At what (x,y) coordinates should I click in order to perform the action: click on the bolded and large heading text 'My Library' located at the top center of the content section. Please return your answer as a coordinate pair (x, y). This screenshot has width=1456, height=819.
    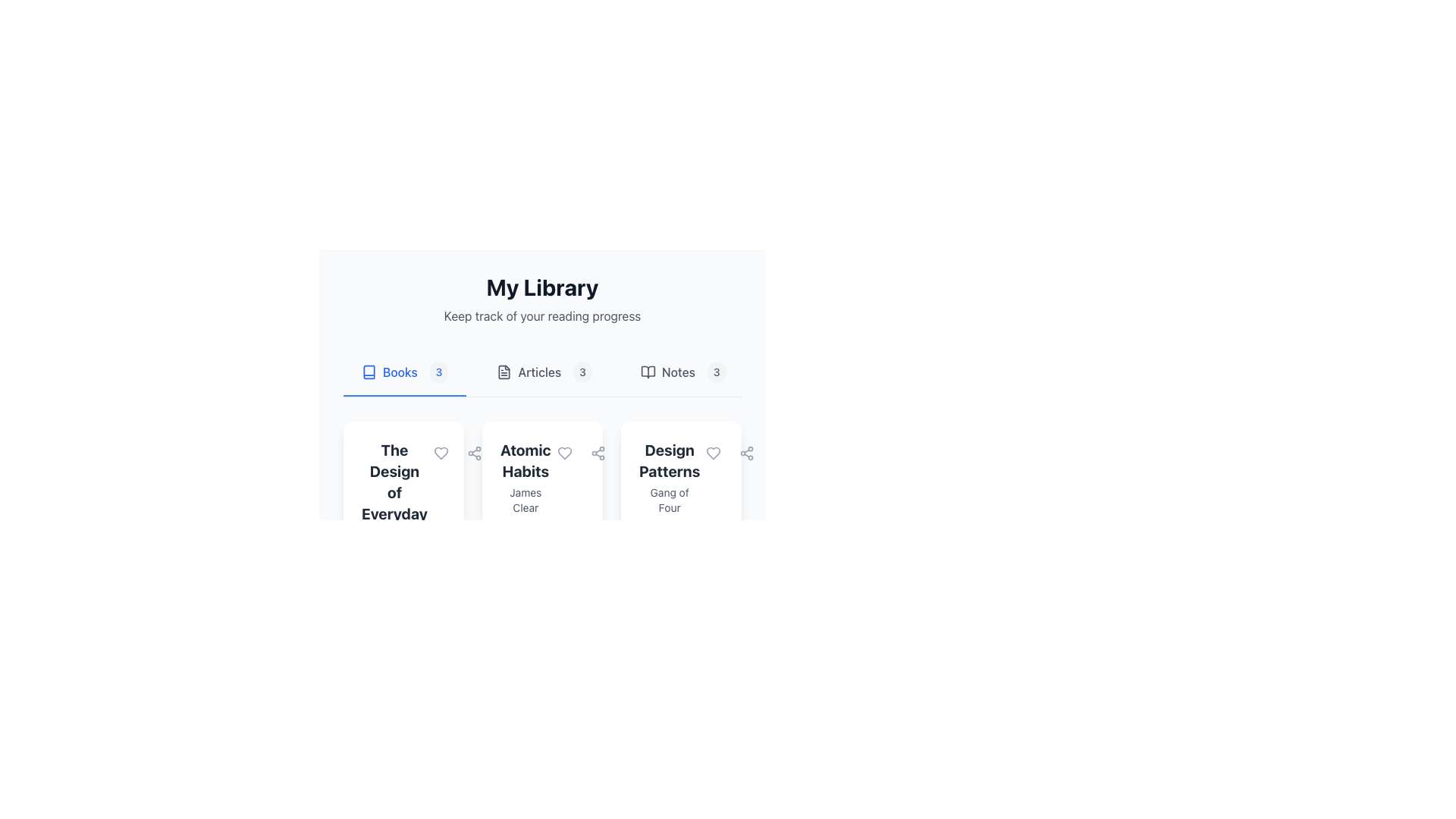
    Looking at the image, I should click on (542, 287).